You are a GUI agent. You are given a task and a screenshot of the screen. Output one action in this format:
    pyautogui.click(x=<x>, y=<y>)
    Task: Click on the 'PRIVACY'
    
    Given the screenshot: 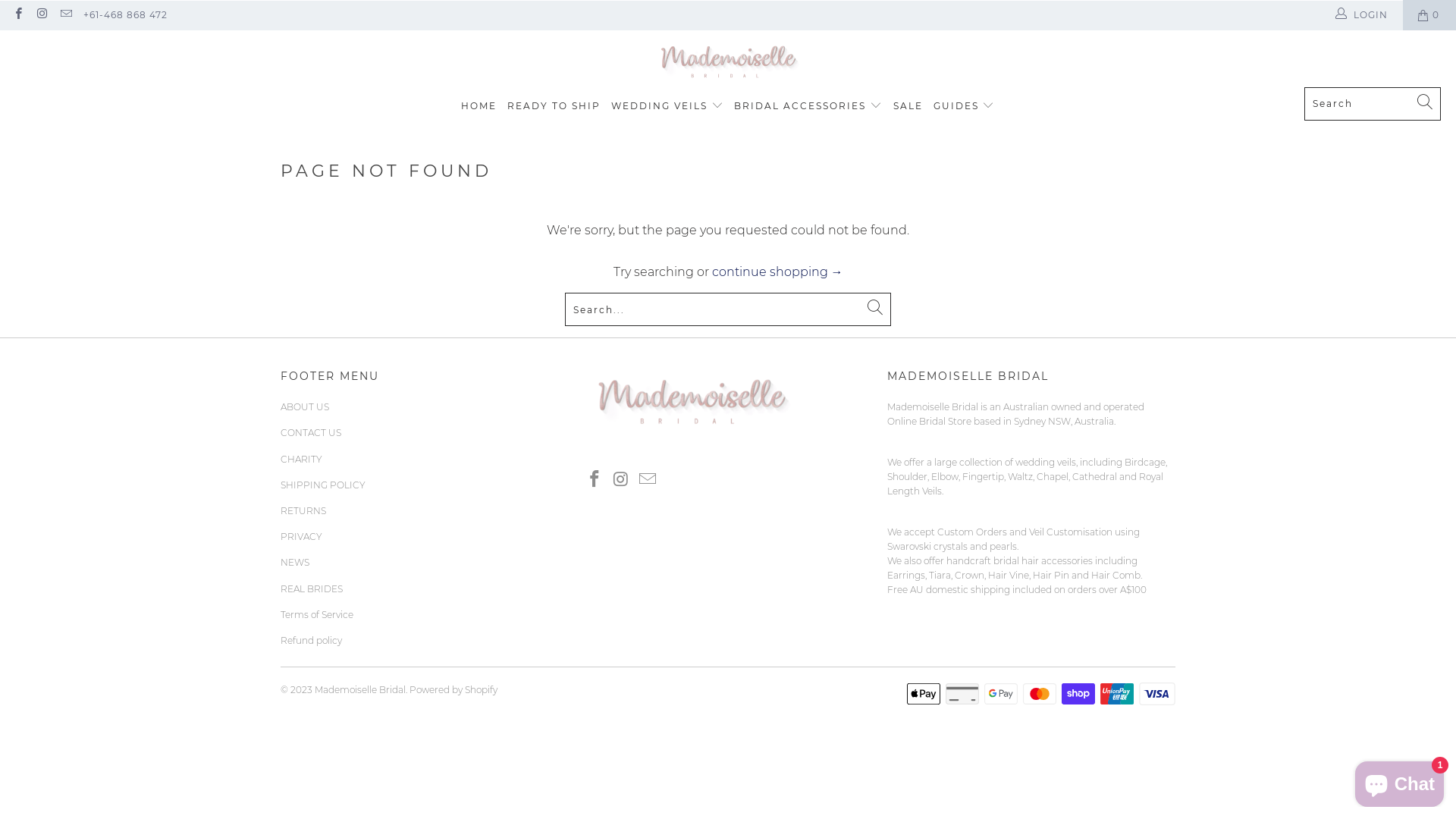 What is the action you would take?
    pyautogui.click(x=280, y=535)
    